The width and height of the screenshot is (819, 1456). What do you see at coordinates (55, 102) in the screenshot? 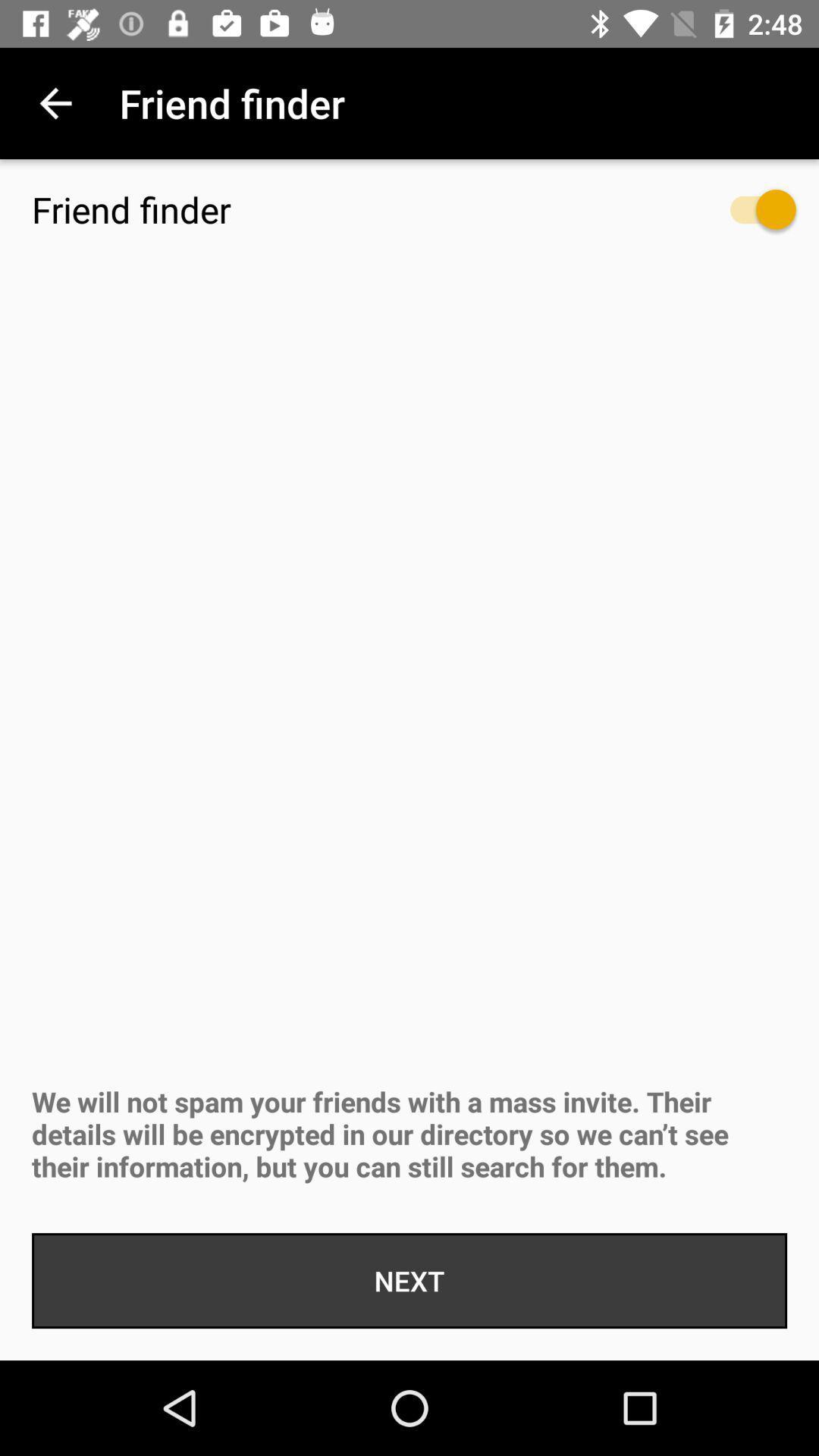
I see `the item above friend finder item` at bounding box center [55, 102].